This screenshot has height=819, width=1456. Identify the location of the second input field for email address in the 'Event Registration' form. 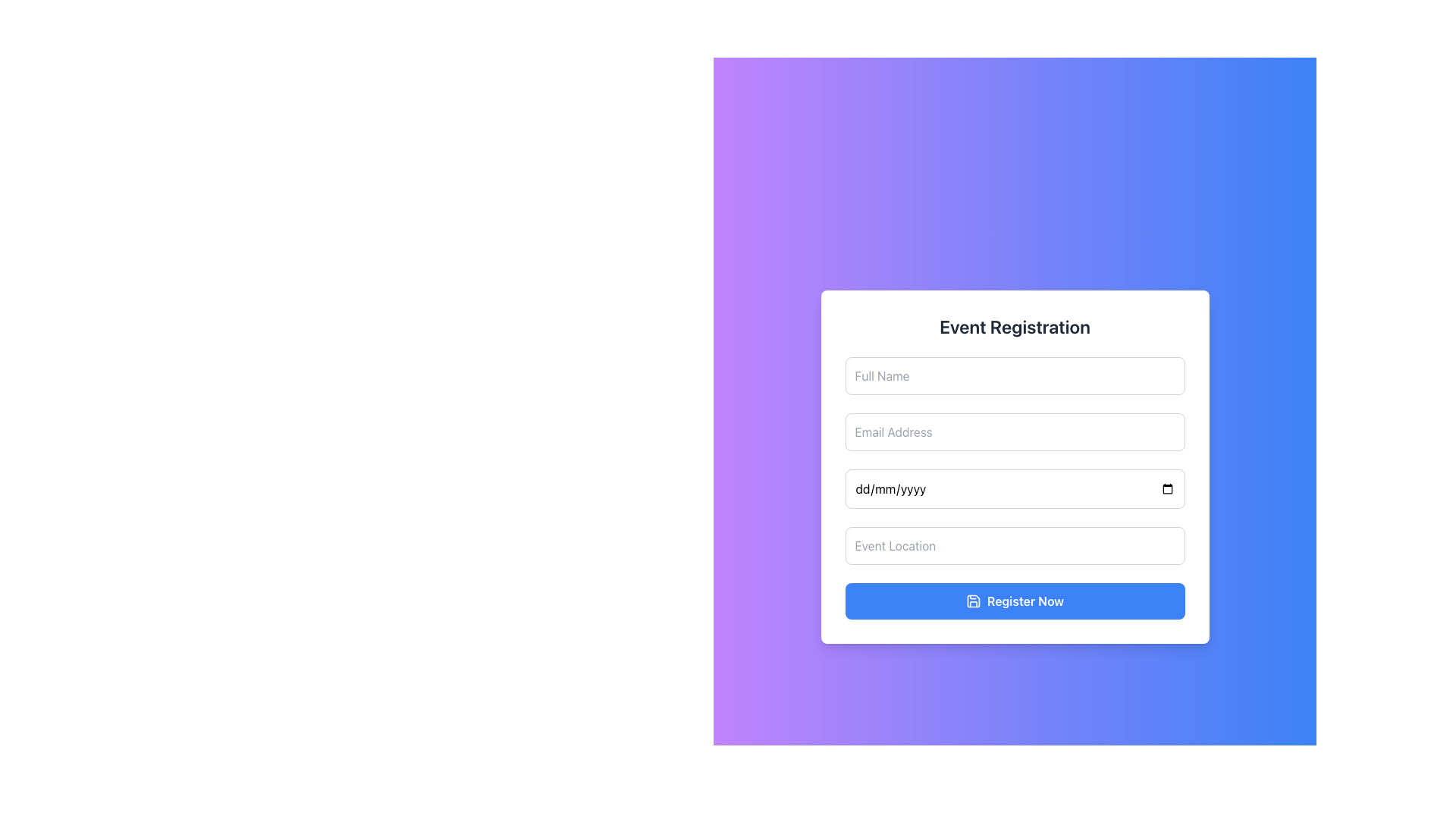
(1015, 432).